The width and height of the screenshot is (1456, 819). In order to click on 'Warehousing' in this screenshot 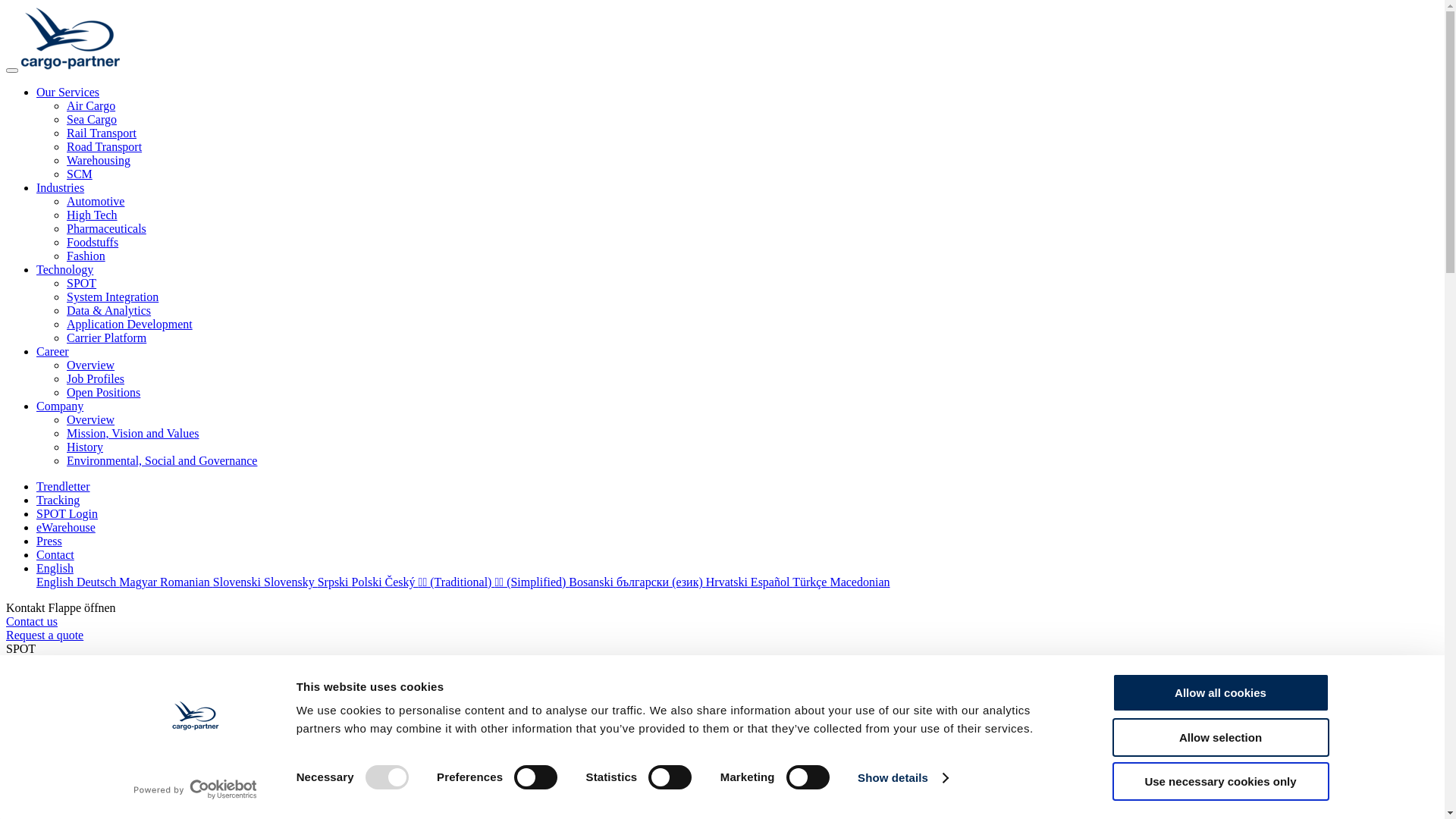, I will do `click(97, 160)`.